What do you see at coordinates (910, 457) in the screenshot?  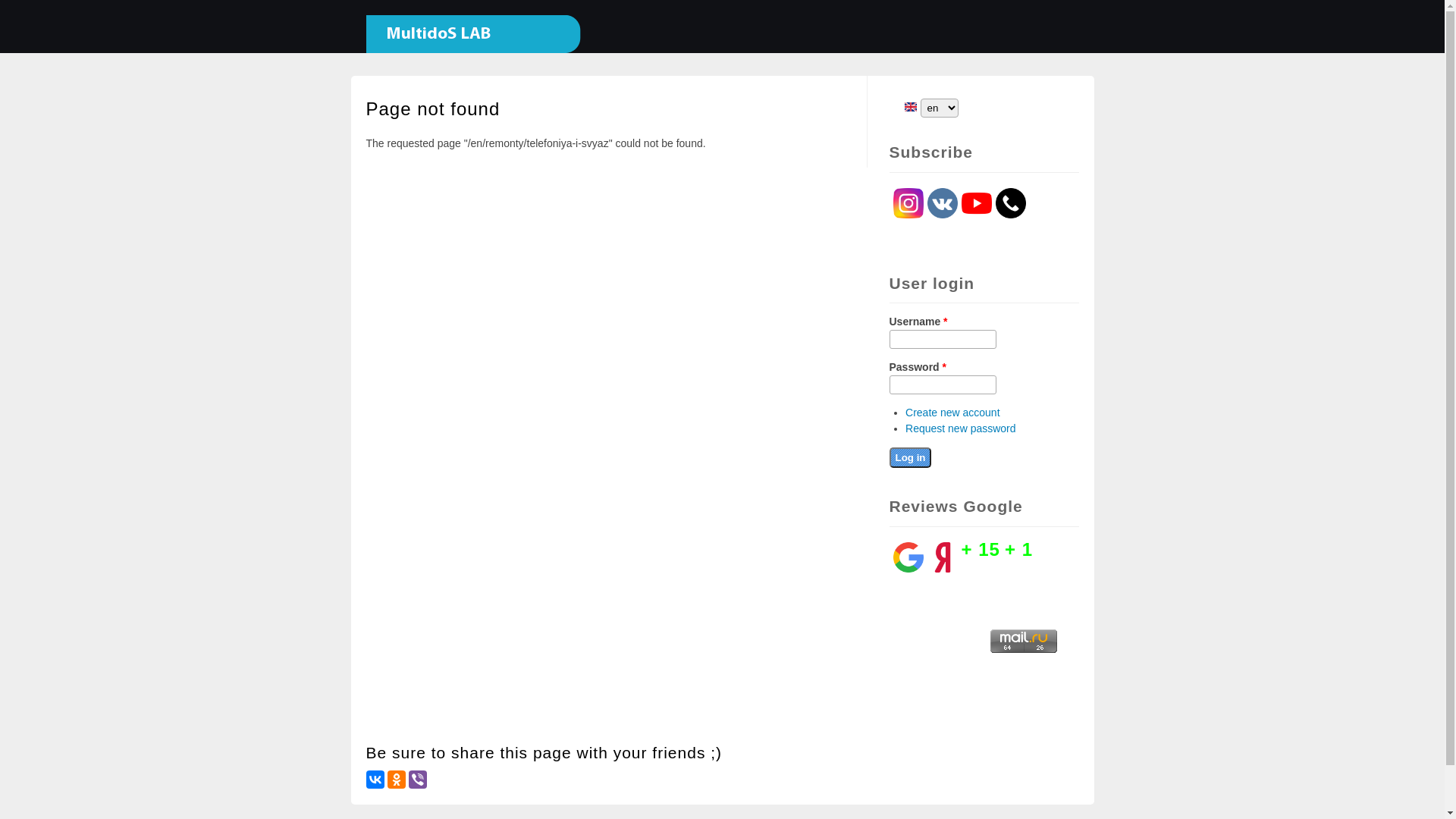 I see `'Log in'` at bounding box center [910, 457].